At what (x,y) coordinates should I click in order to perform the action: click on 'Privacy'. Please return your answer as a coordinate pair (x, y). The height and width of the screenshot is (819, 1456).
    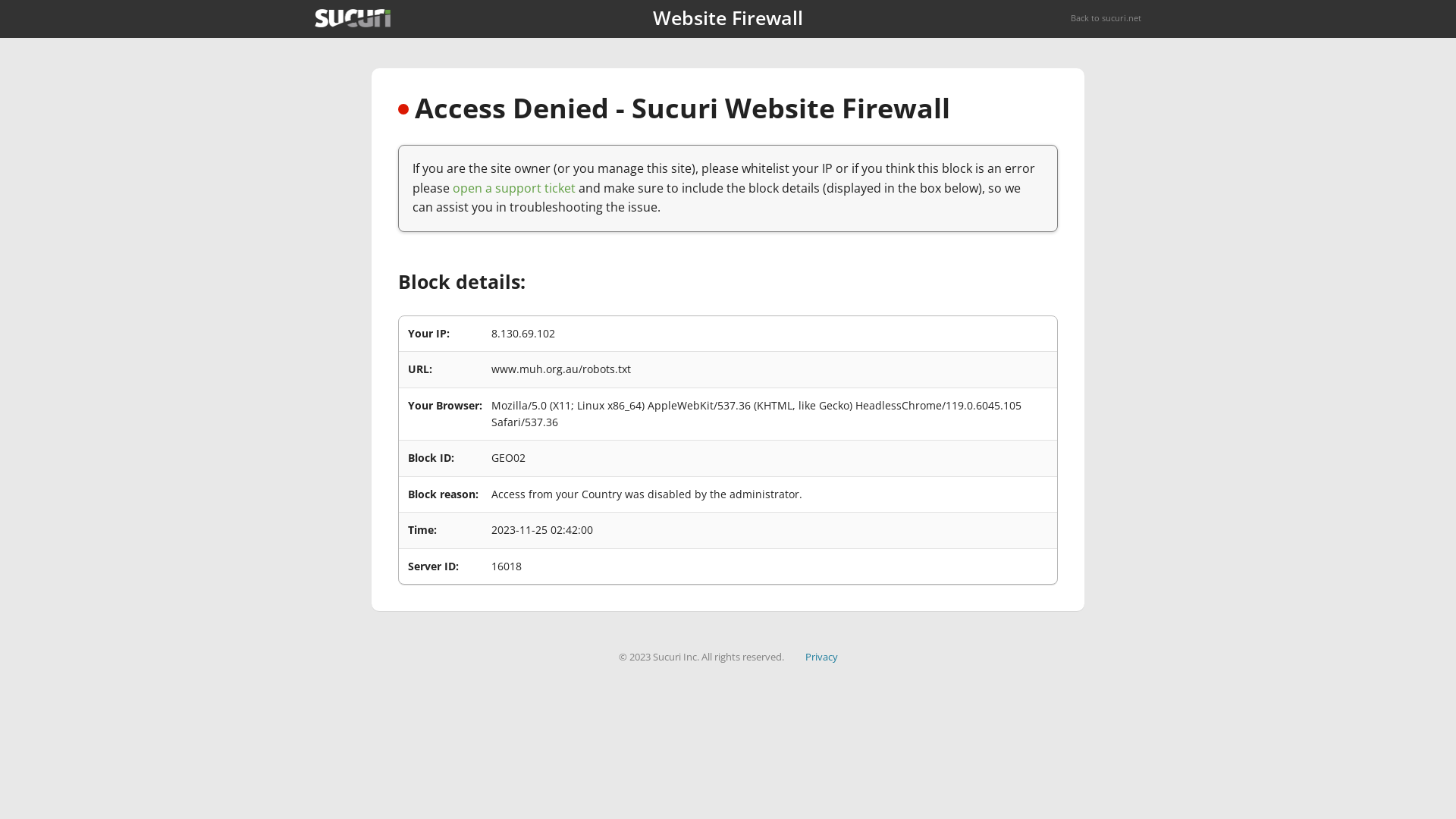
    Looking at the image, I should click on (821, 656).